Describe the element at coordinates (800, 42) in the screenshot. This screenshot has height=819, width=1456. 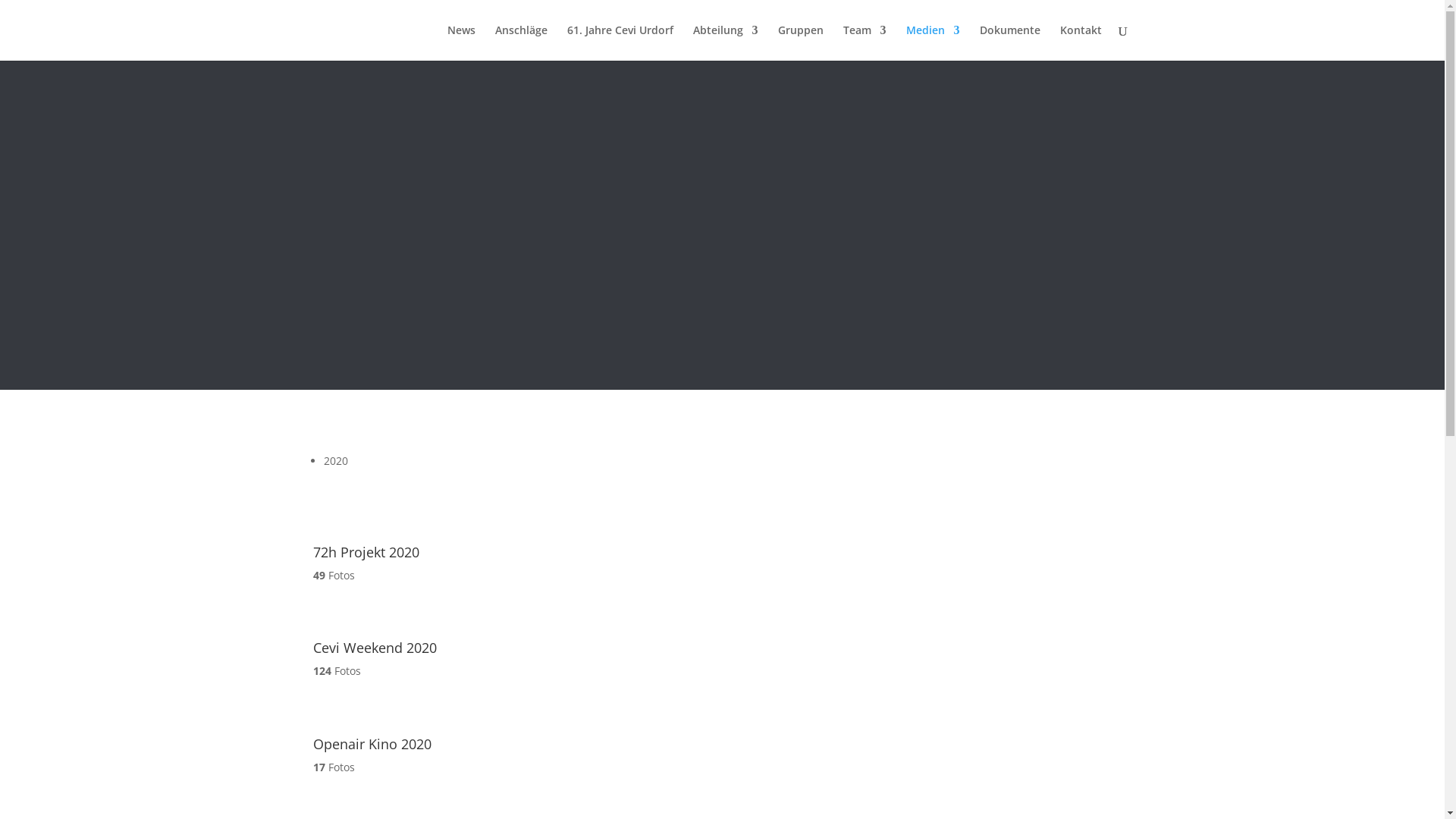
I see `'Gruppen'` at that location.